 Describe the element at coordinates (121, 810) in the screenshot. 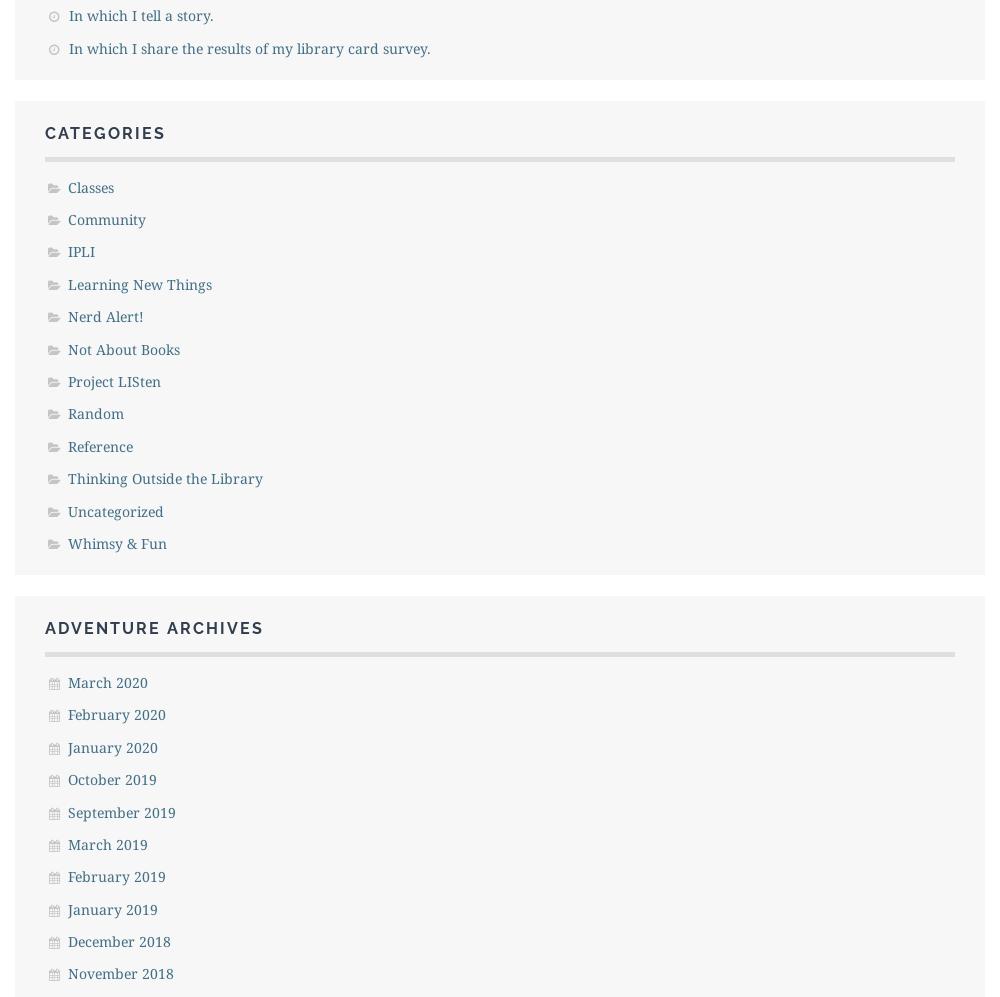

I see `'September 2019'` at that location.